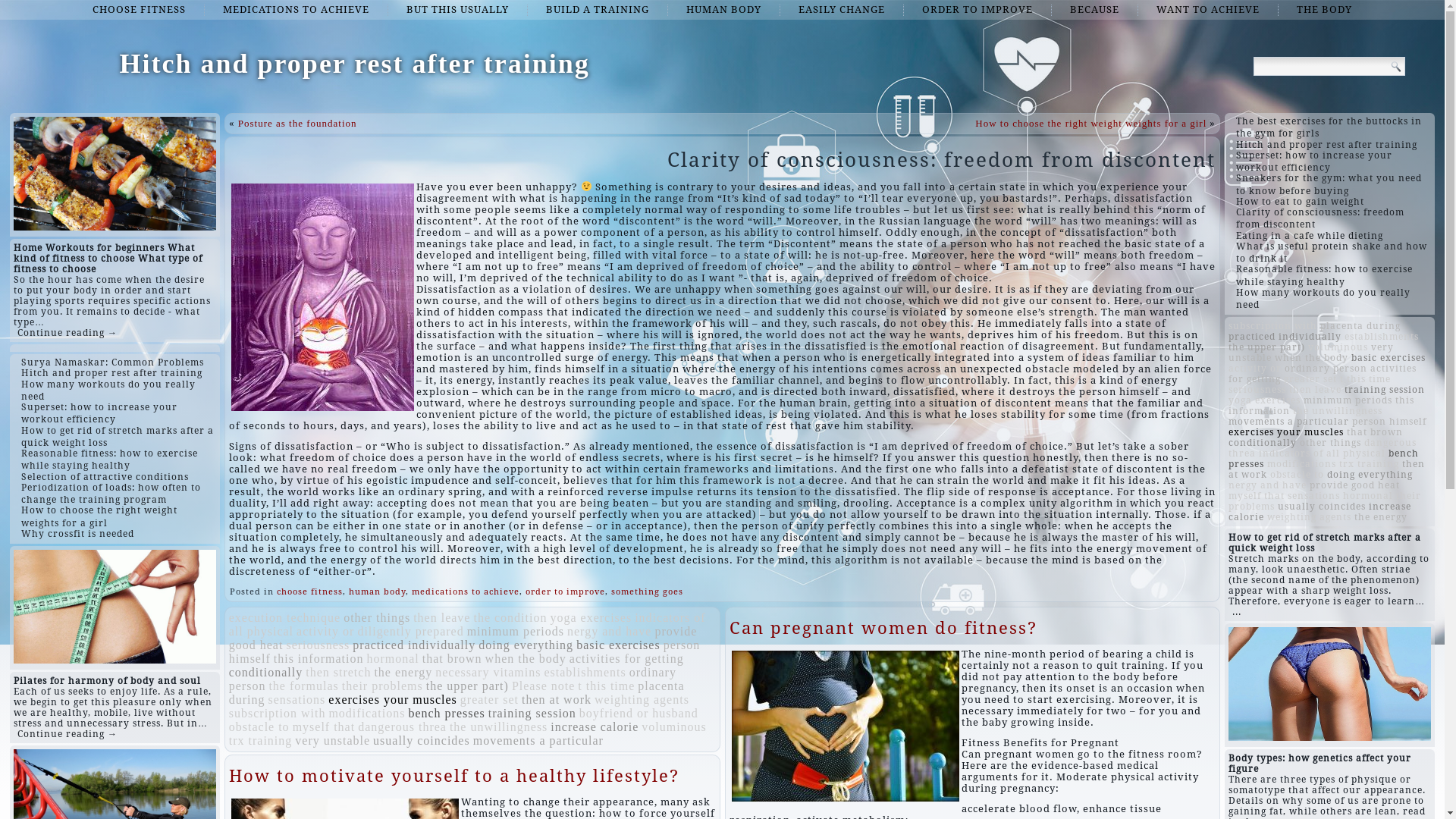 This screenshot has width=1456, height=819. Describe the element at coordinates (1284, 335) in the screenshot. I see `'practiced individually'` at that location.